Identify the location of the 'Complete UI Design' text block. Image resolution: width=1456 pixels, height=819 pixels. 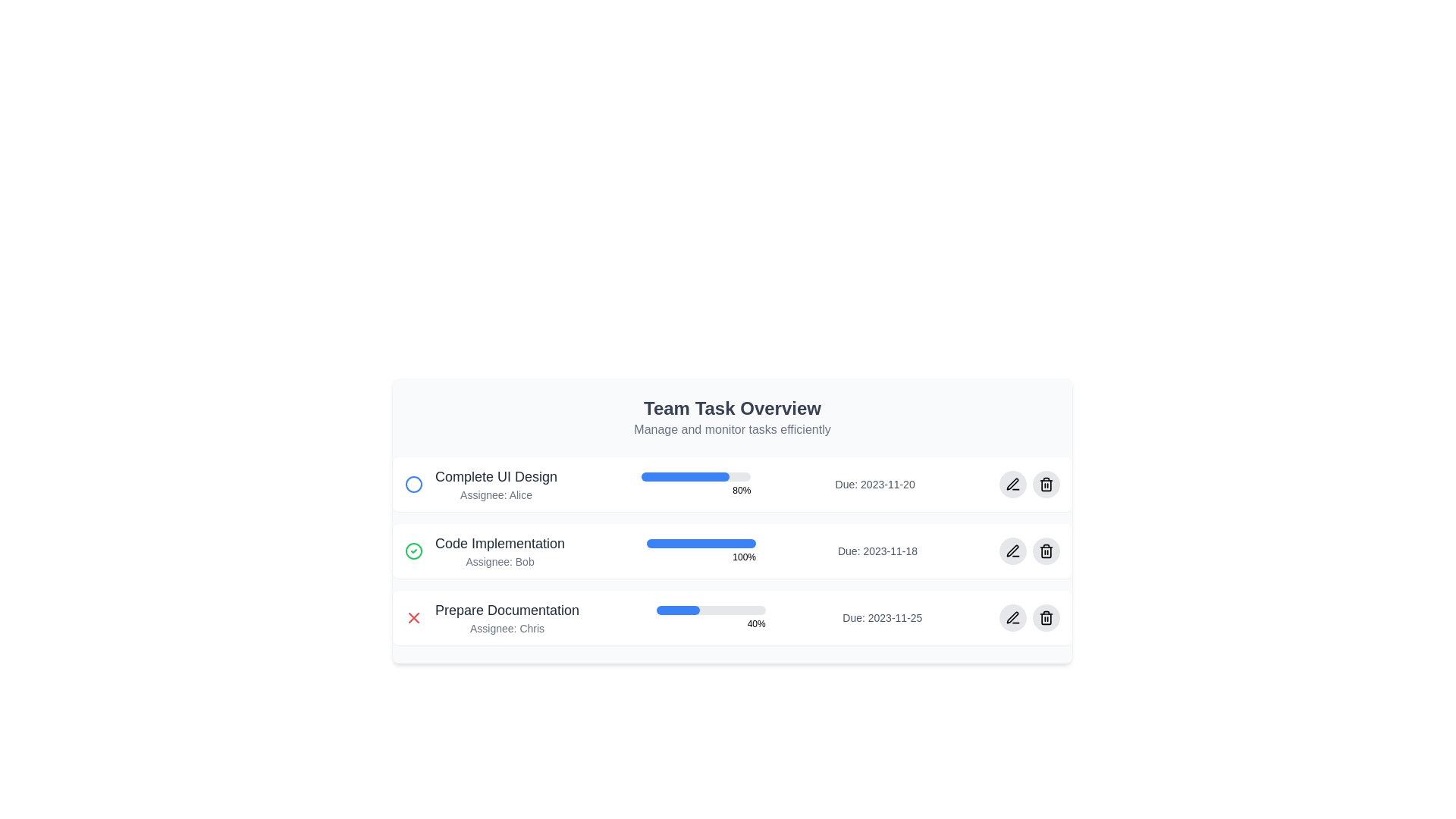
(496, 485).